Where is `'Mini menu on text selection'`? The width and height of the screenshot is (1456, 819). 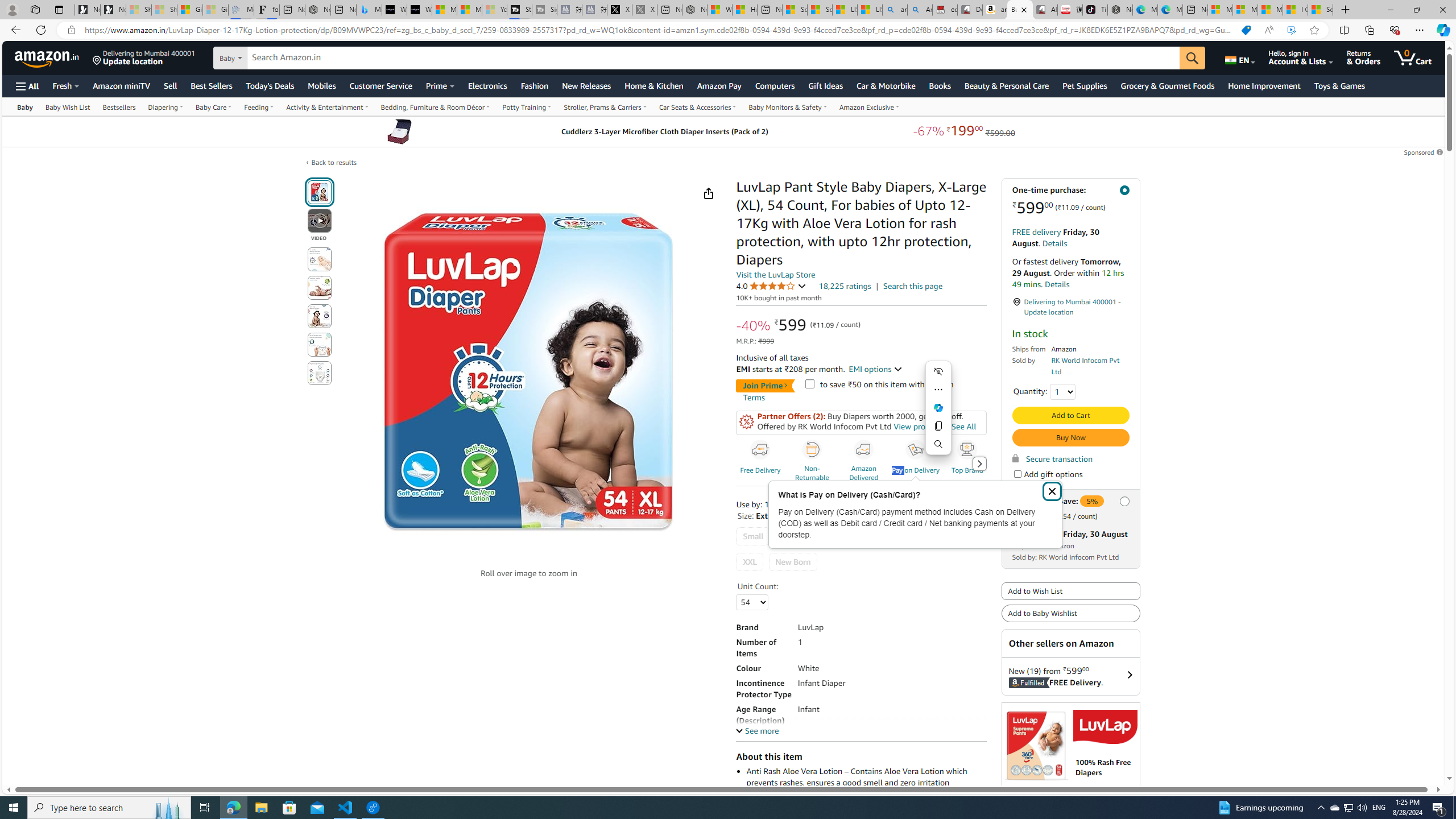
'Mini menu on text selection' is located at coordinates (937, 413).